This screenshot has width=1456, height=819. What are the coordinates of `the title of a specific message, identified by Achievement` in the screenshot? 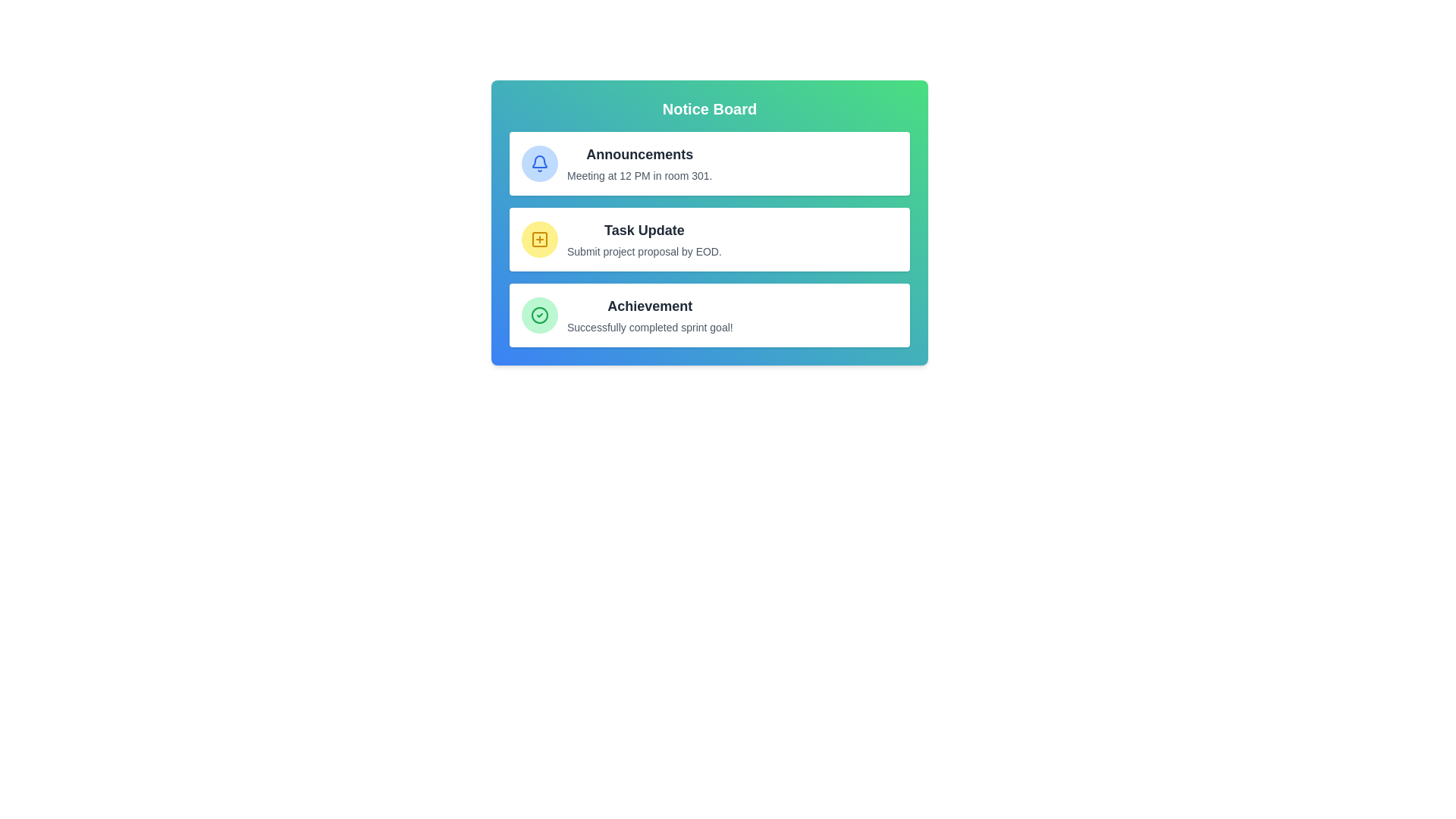 It's located at (650, 306).